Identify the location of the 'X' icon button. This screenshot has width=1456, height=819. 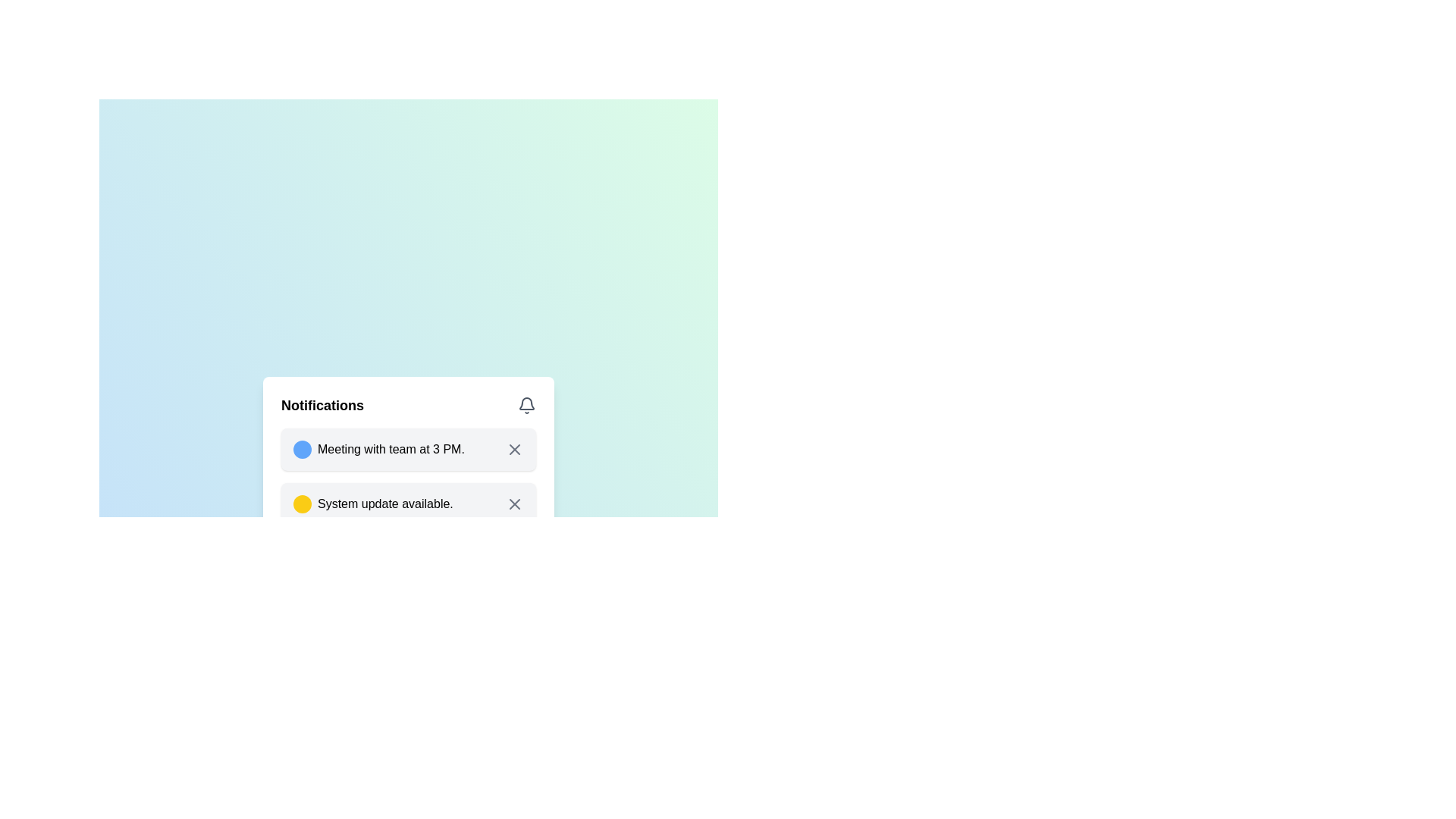
(514, 449).